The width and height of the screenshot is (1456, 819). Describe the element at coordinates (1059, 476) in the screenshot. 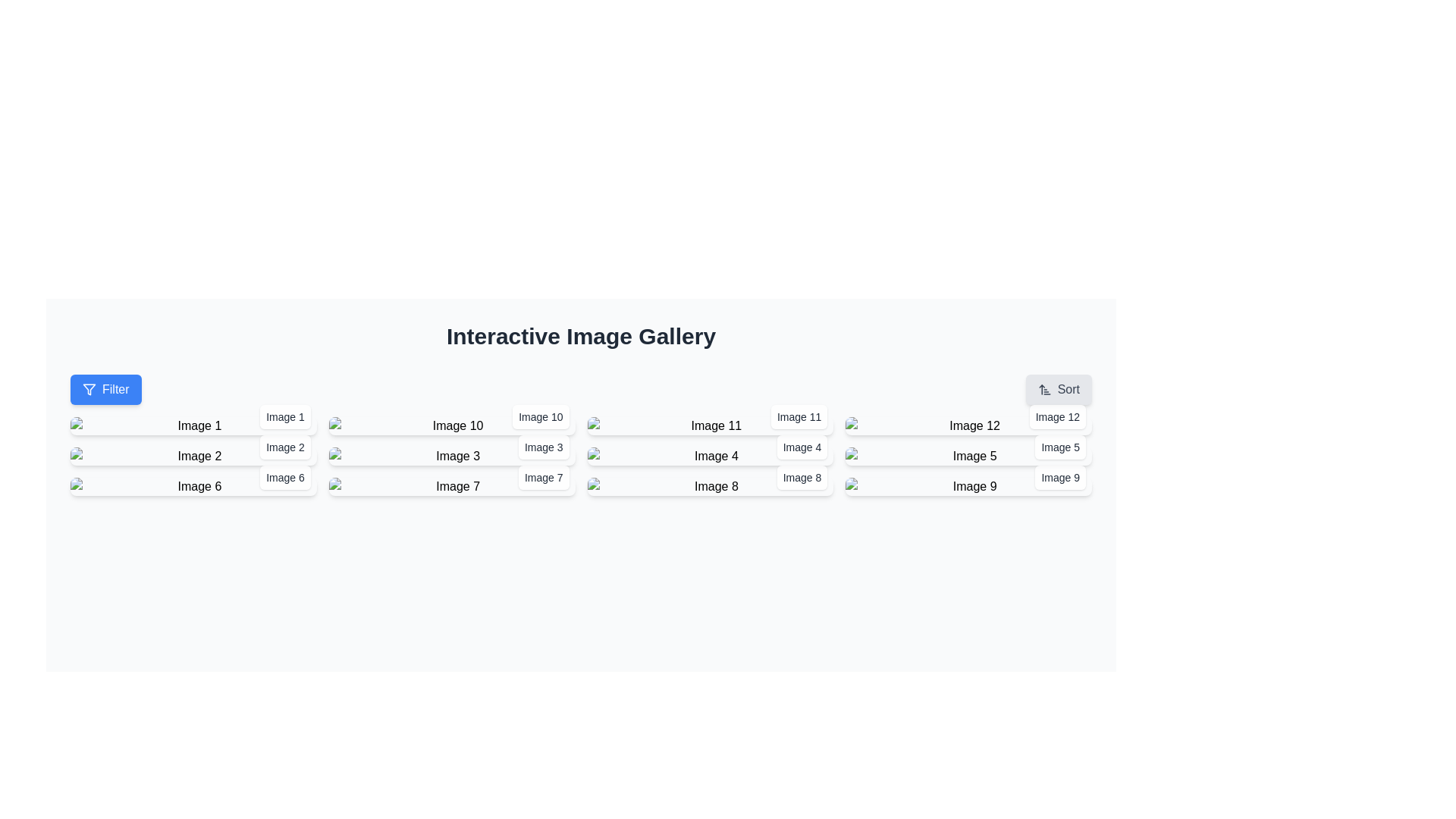

I see `displayed text of the Text display labeling the ninth image located at the bottom-right corner of the box enclosing 'Image 9' in the grid layout` at that location.